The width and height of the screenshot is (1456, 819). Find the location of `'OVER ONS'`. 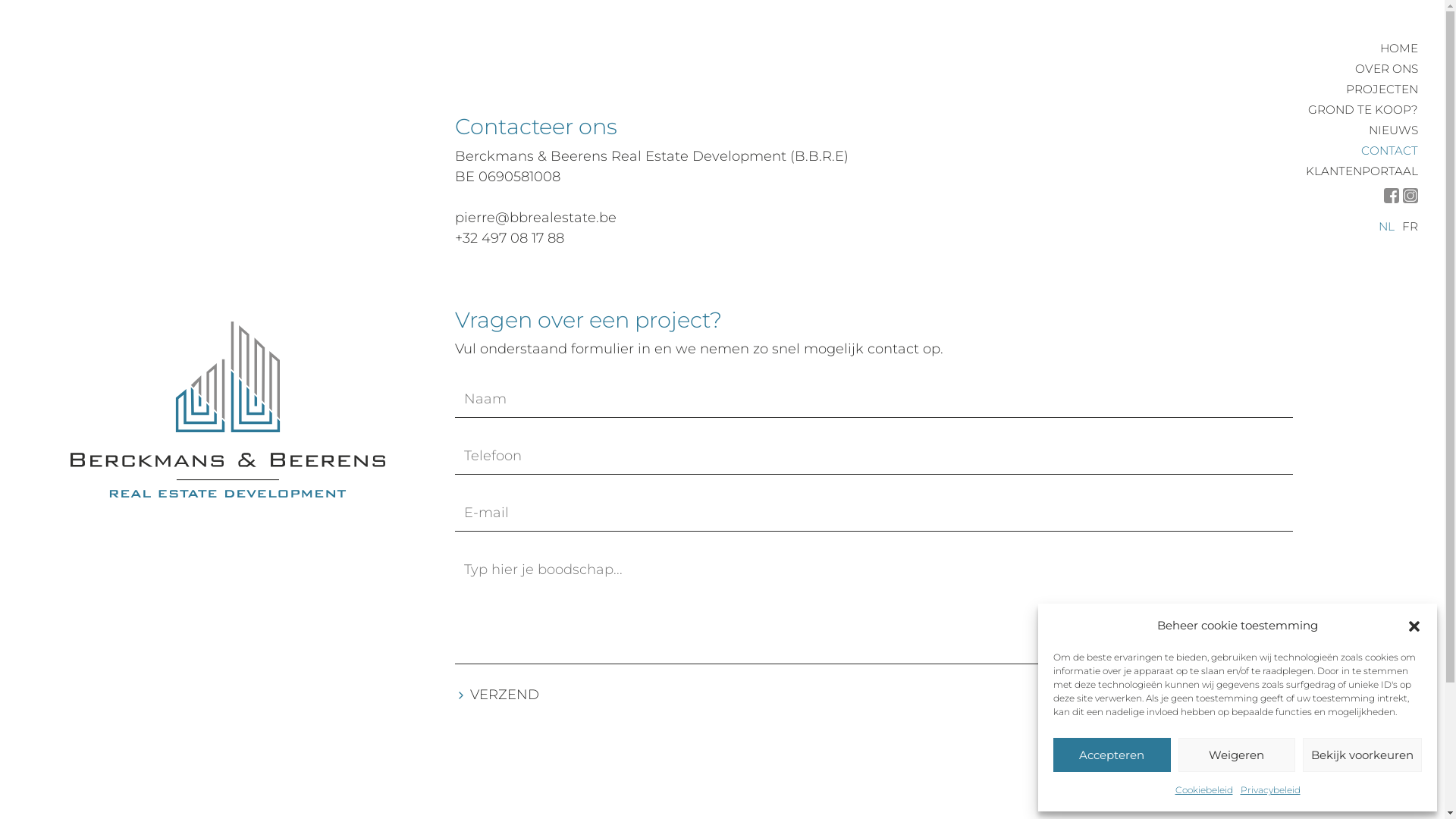

'OVER ONS' is located at coordinates (1386, 68).